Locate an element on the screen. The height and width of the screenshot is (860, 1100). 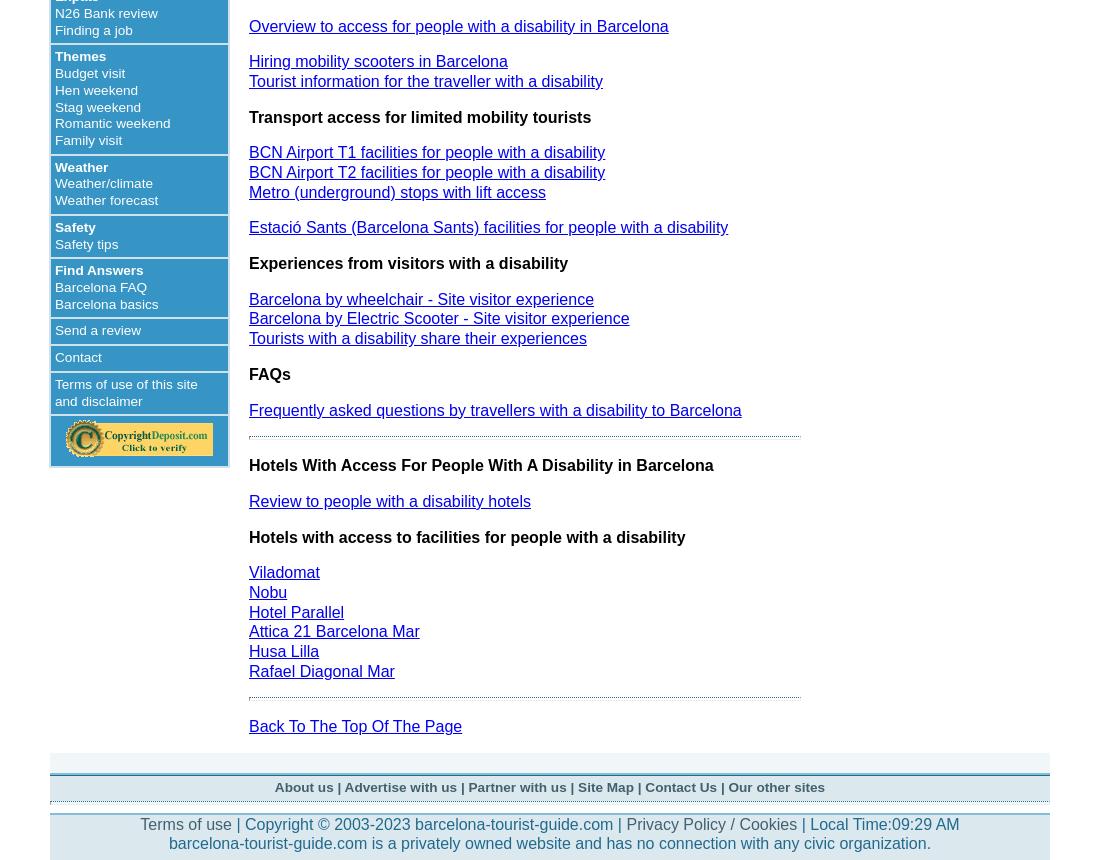
'FAQs' is located at coordinates (269, 373).